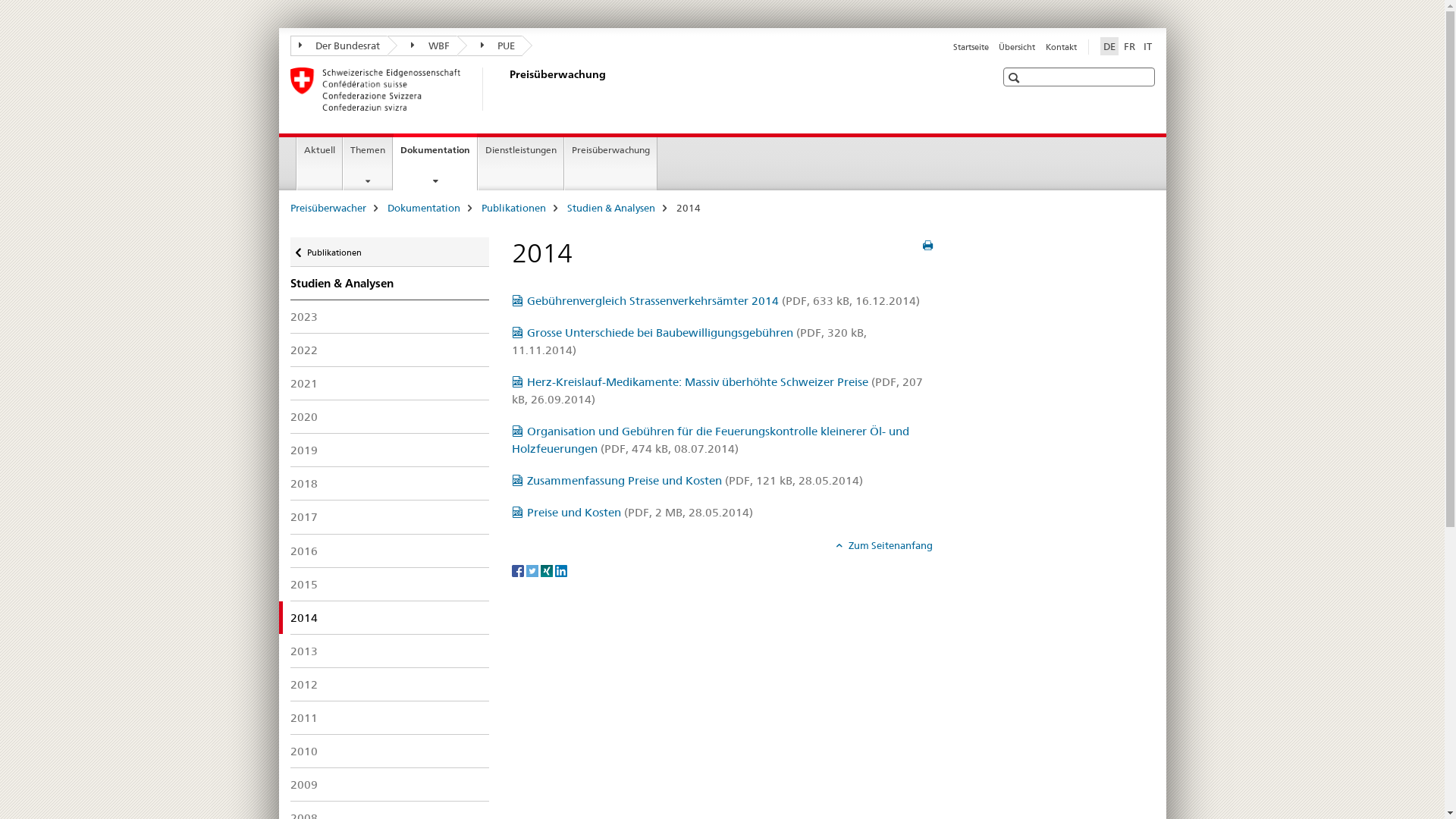  I want to click on '2015', so click(389, 583).